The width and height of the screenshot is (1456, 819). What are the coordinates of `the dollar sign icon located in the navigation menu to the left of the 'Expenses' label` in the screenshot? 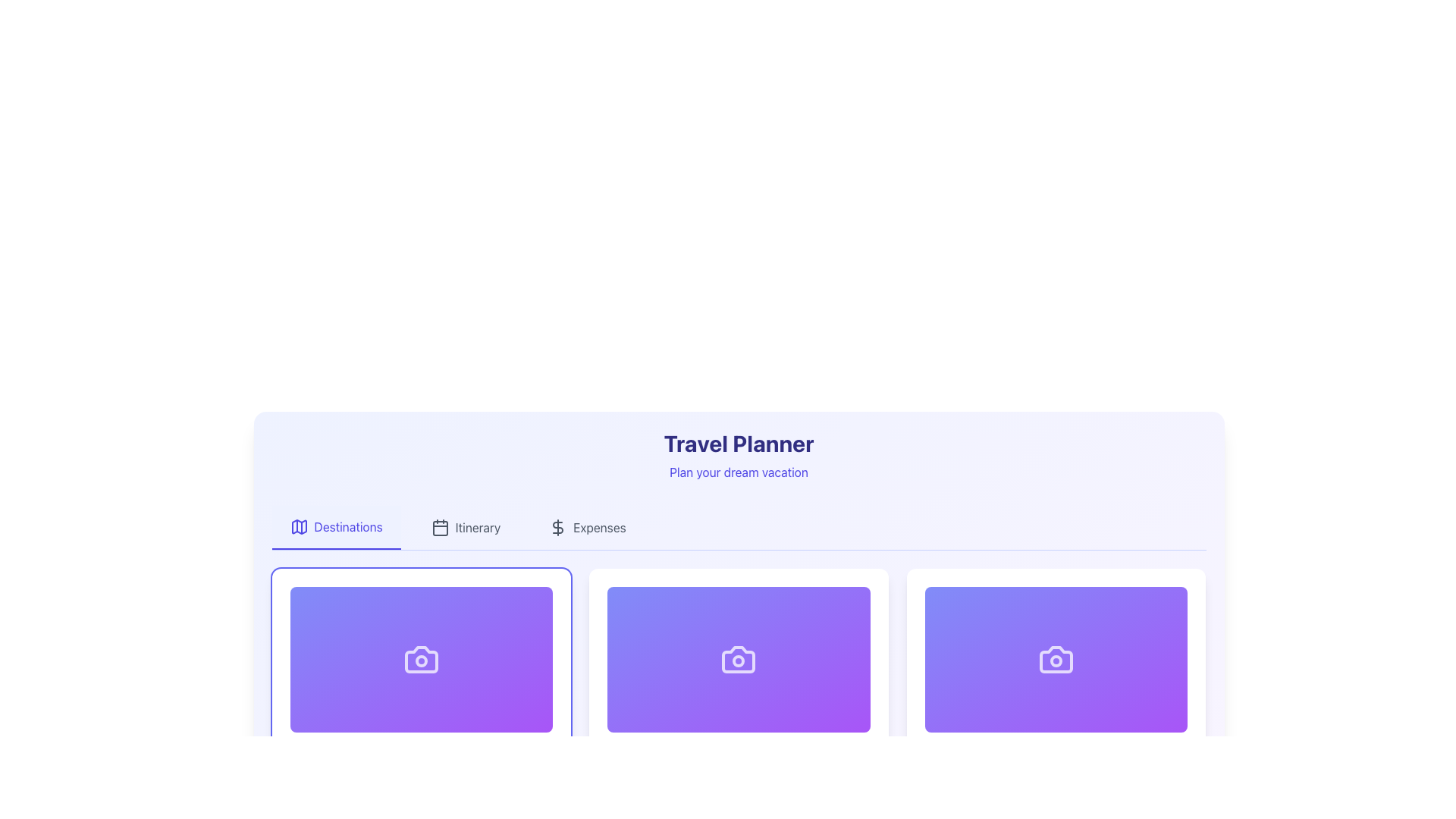 It's located at (557, 526).